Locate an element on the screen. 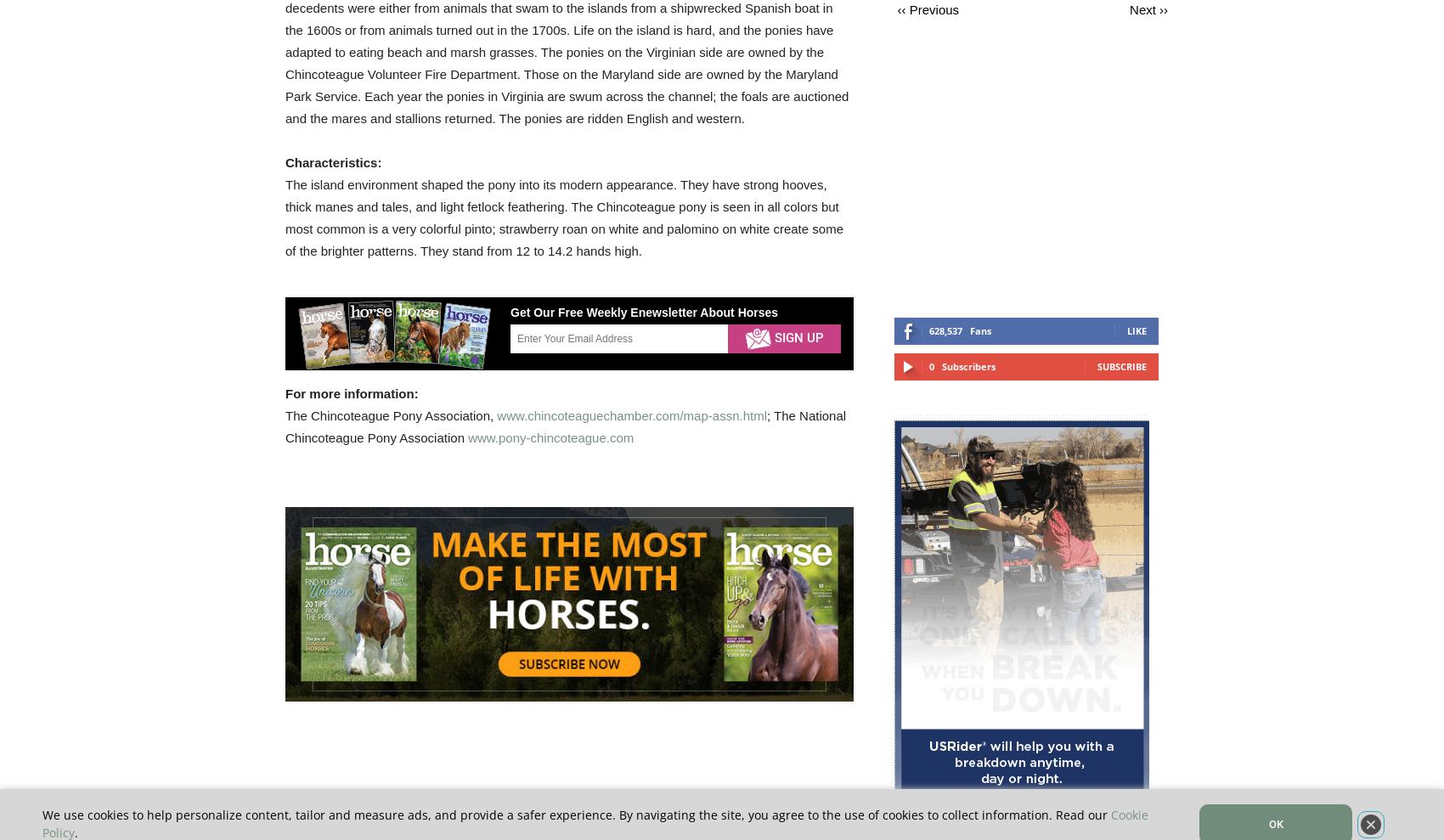 This screenshot has width=1444, height=840. 'The Chincoteague Pony Association,' is located at coordinates (391, 414).